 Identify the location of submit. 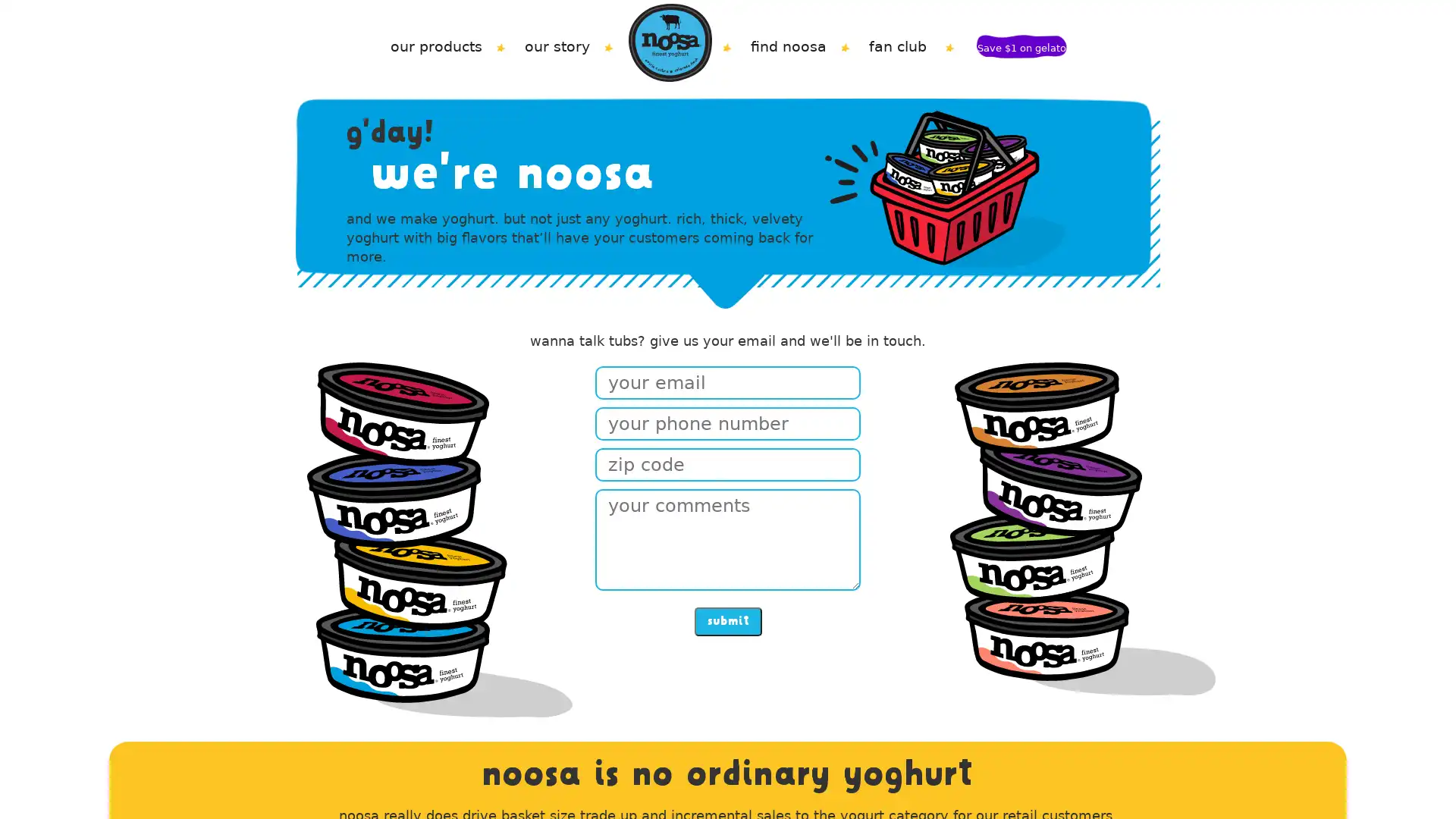
(726, 620).